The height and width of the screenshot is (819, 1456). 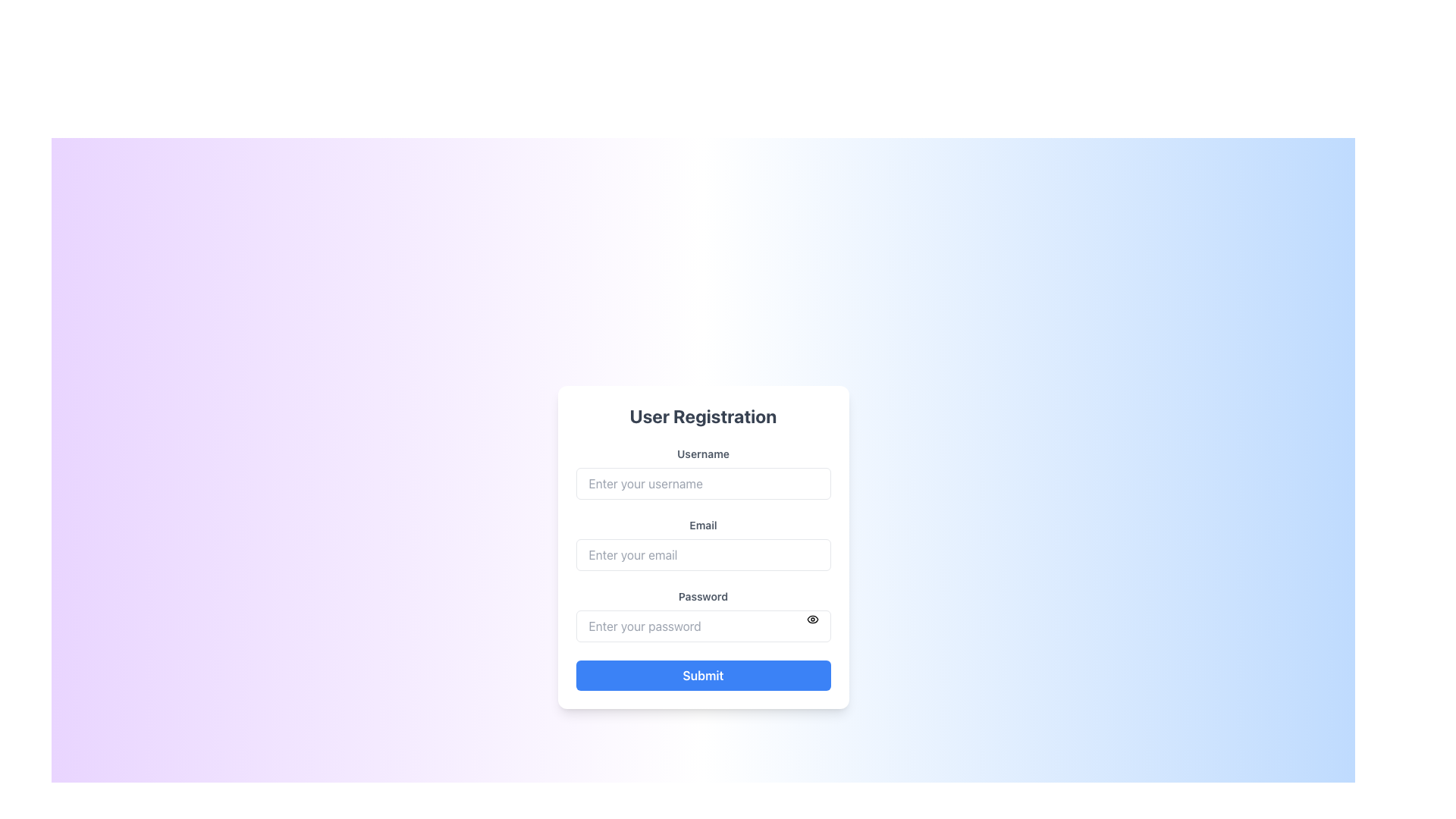 What do you see at coordinates (702, 616) in the screenshot?
I see `the Password input field in the User Registration modal to focus it` at bounding box center [702, 616].